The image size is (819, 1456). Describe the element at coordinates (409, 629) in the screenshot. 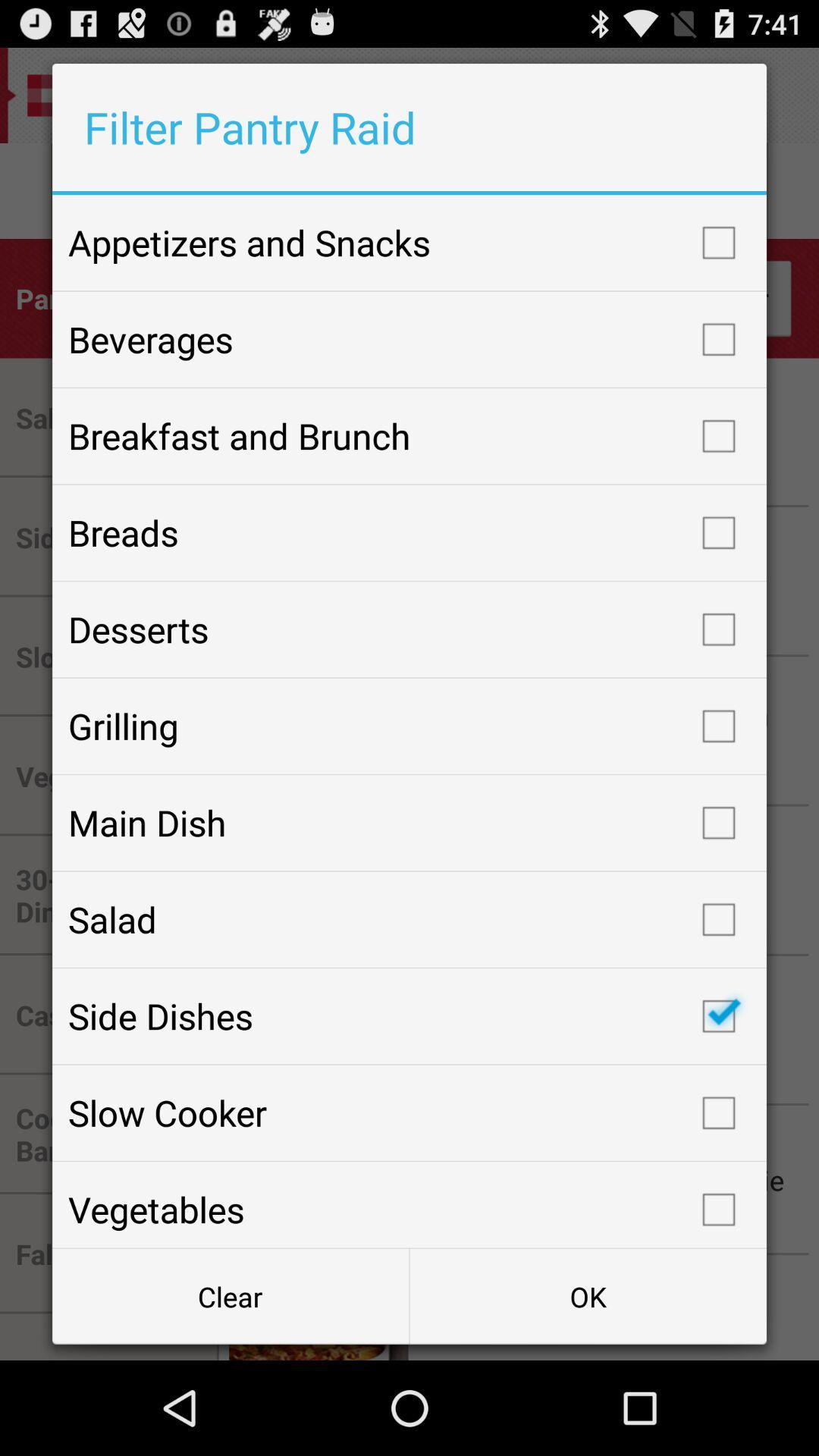

I see `desserts icon` at that location.